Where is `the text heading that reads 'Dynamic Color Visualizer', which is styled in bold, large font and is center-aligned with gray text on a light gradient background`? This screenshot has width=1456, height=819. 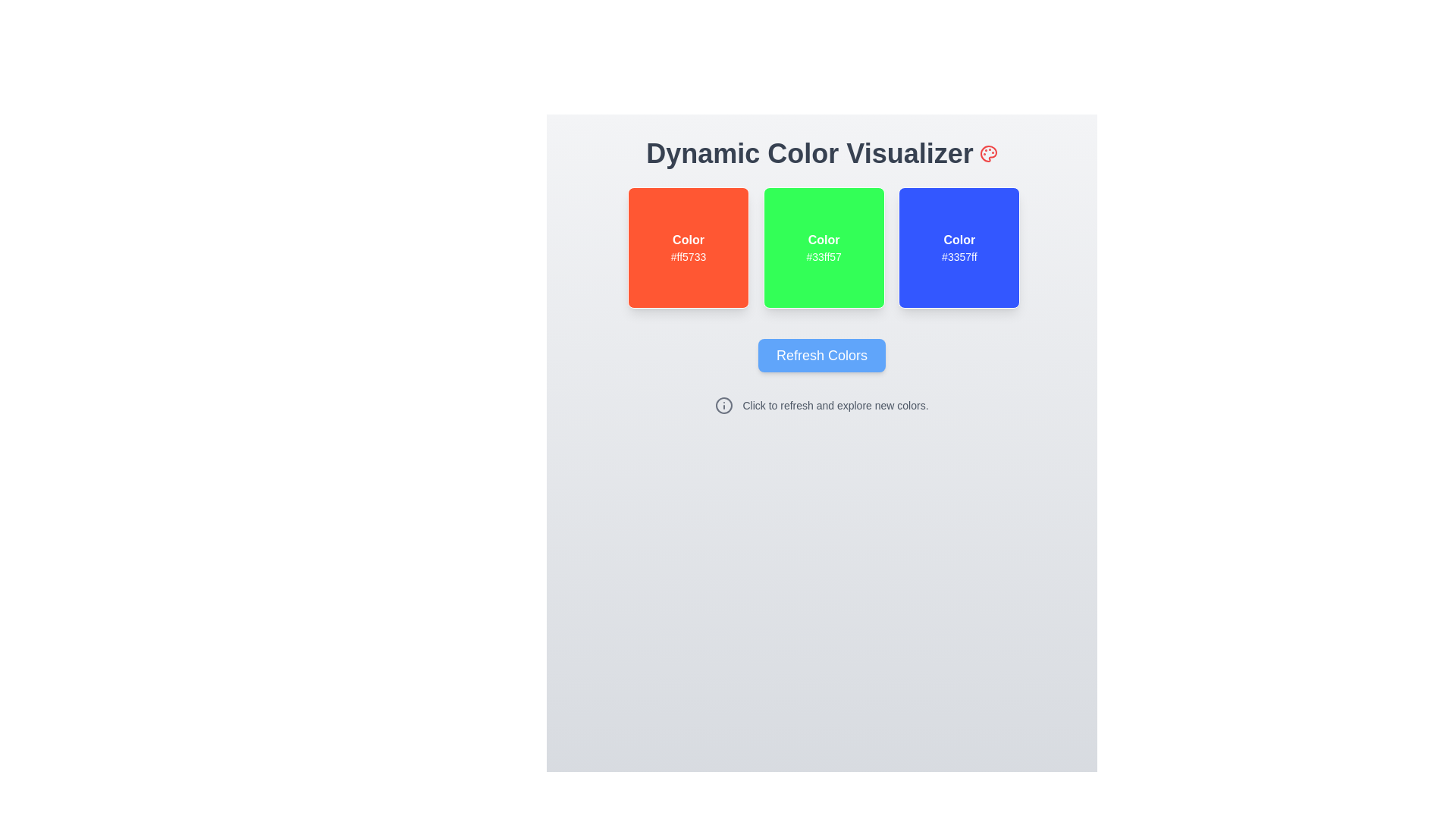
the text heading that reads 'Dynamic Color Visualizer', which is styled in bold, large font and is center-aligned with gray text on a light gradient background is located at coordinates (821, 154).